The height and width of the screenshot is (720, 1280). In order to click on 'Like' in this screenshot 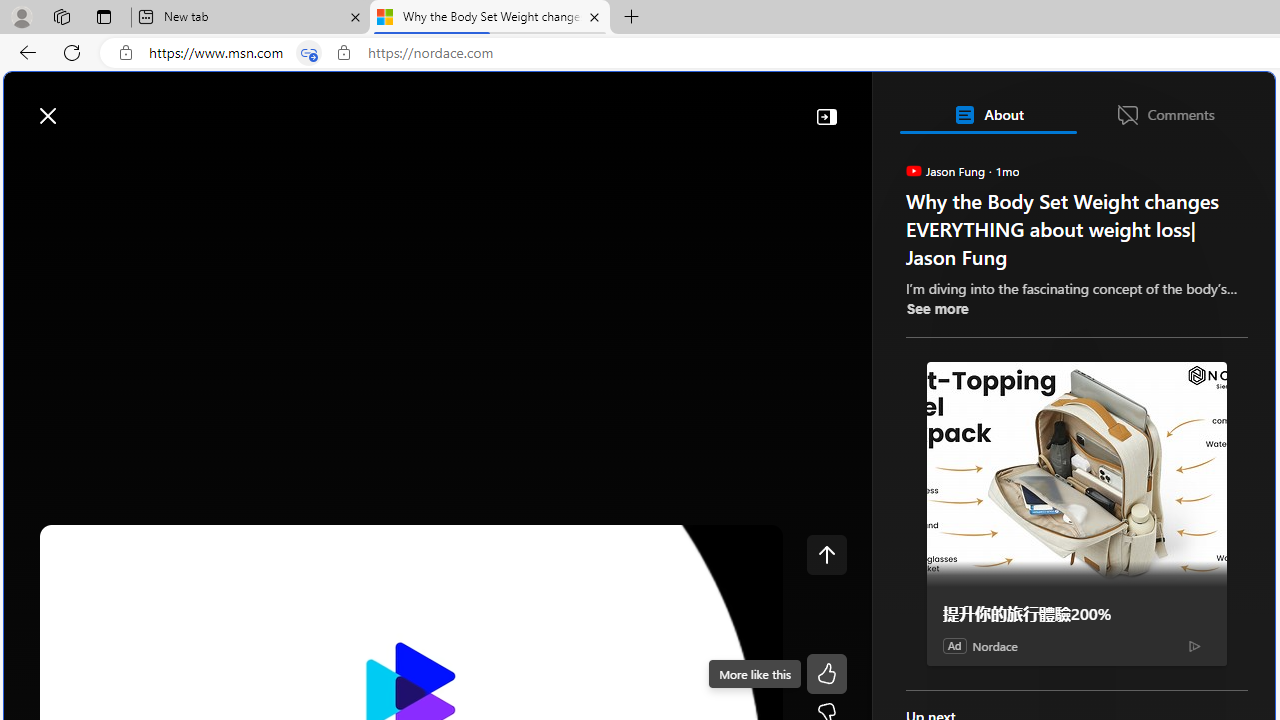, I will do `click(826, 673)`.